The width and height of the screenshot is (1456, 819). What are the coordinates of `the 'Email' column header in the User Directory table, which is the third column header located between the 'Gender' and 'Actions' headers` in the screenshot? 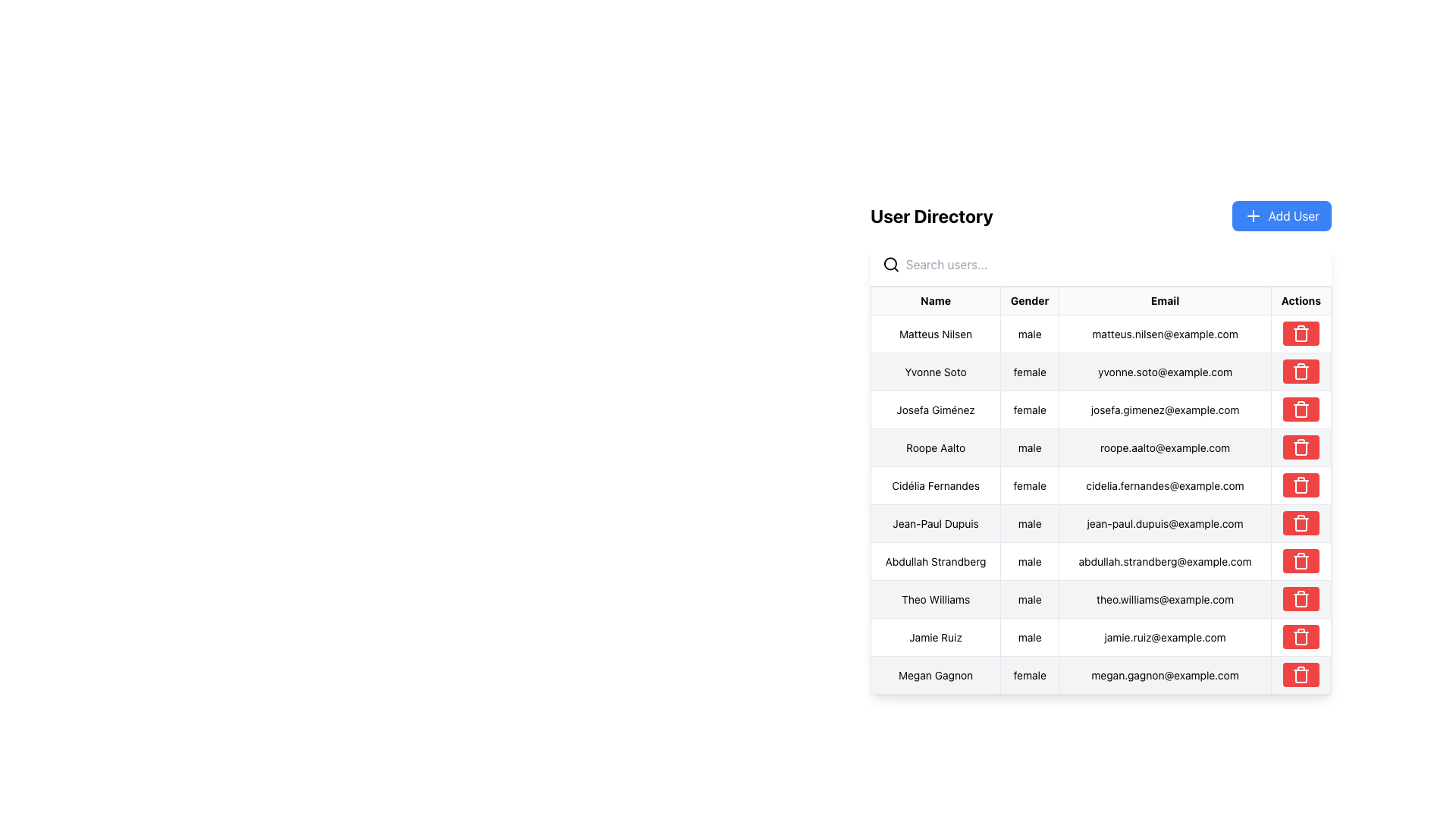 It's located at (1164, 301).